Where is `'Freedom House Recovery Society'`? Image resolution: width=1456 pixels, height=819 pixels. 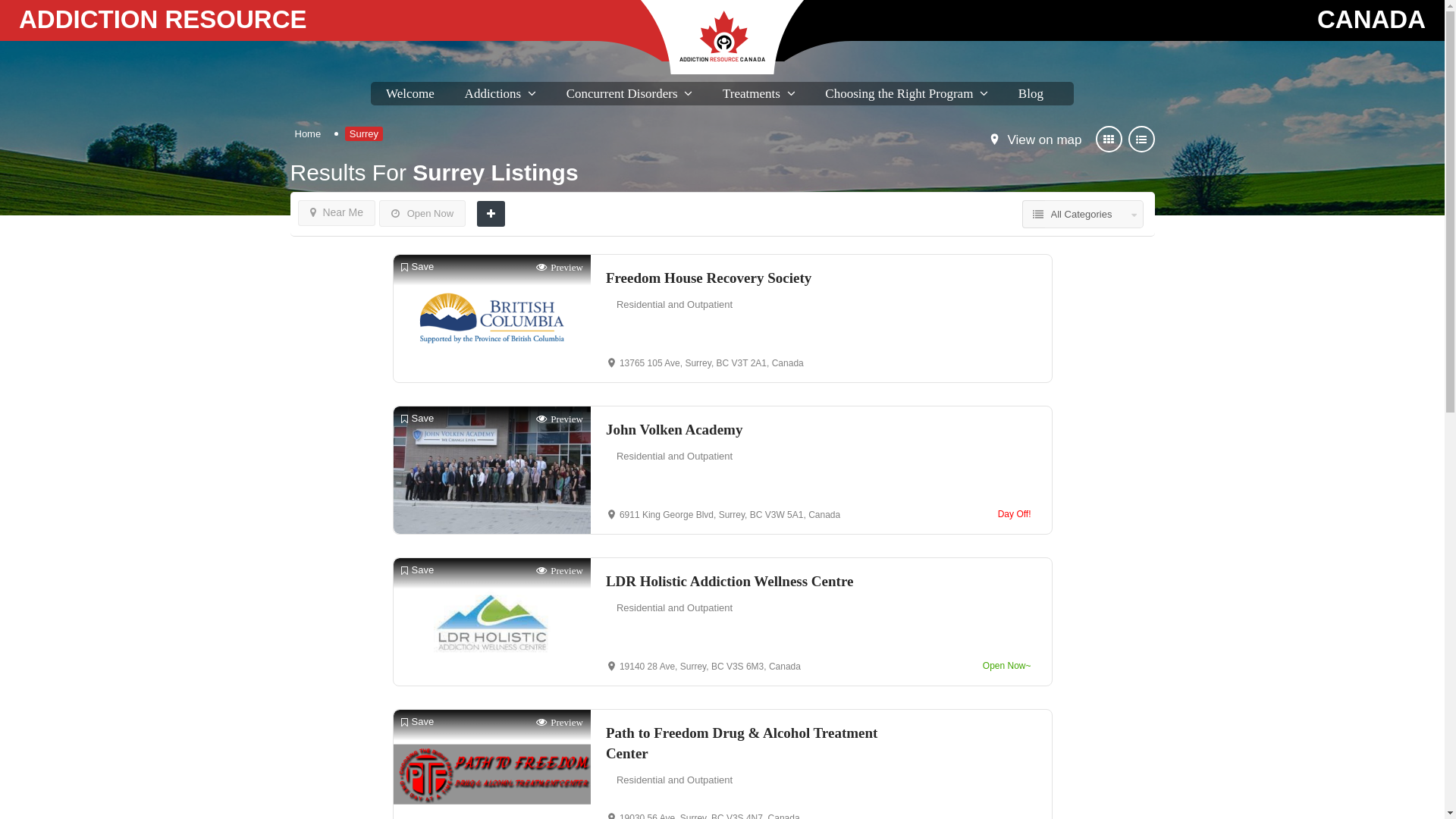
'Freedom House Recovery Society' is located at coordinates (604, 278).